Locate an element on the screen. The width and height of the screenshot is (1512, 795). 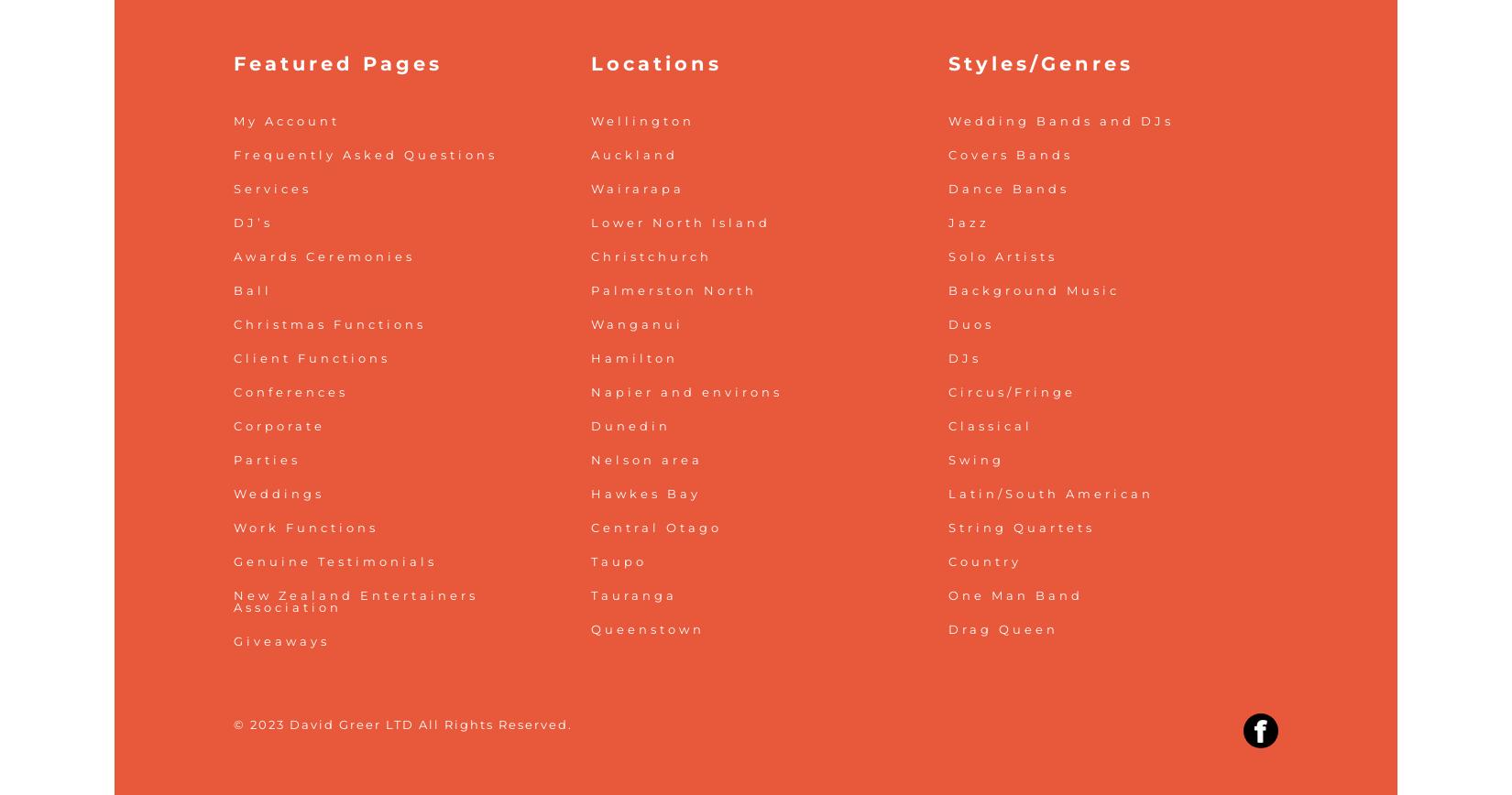
'Conferences' is located at coordinates (290, 390).